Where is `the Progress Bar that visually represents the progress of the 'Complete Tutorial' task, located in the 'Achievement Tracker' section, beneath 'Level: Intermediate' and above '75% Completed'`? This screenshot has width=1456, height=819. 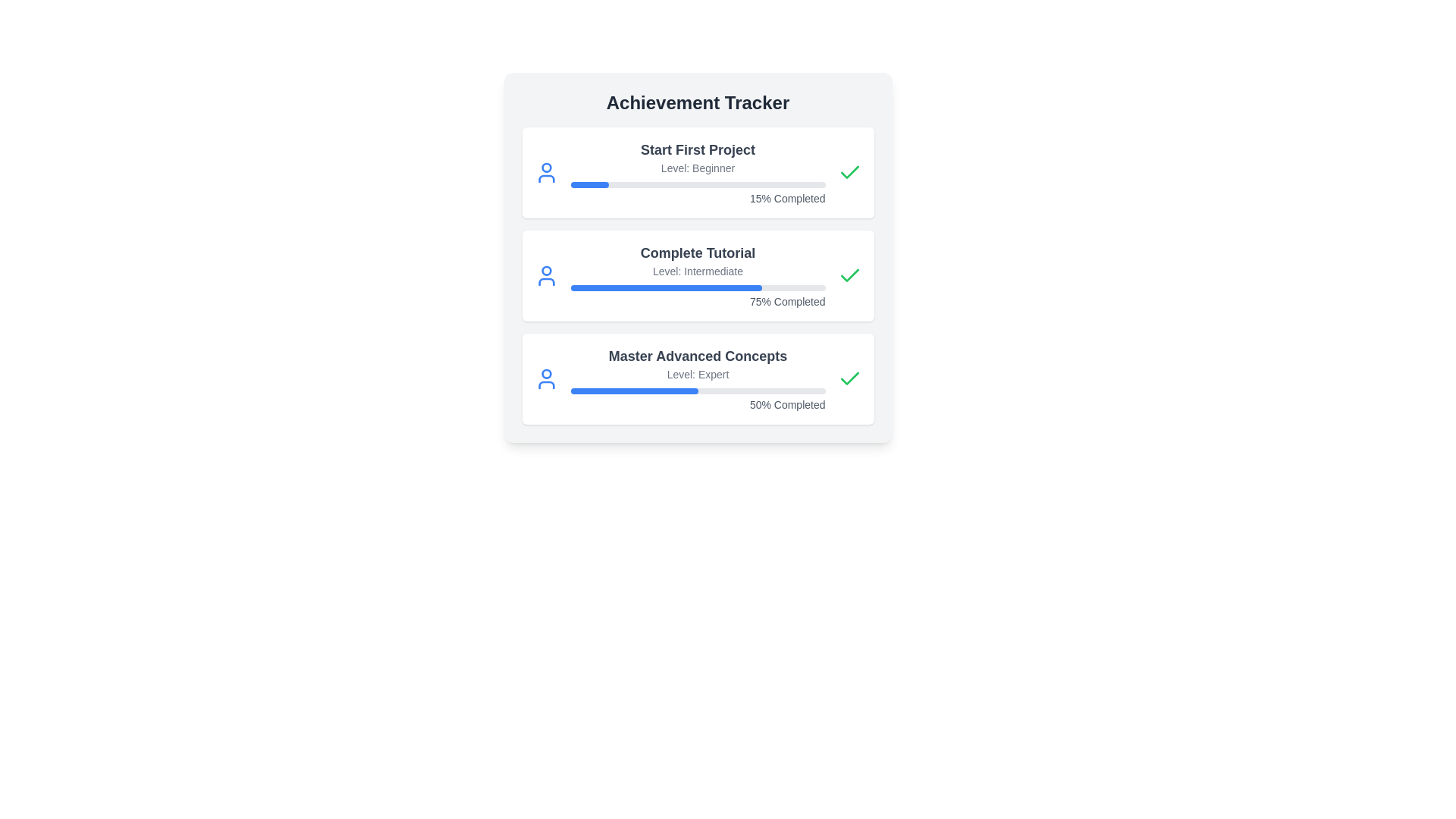
the Progress Bar that visually represents the progress of the 'Complete Tutorial' task, located in the 'Achievement Tracker' section, beneath 'Level: Intermediate' and above '75% Completed' is located at coordinates (697, 288).